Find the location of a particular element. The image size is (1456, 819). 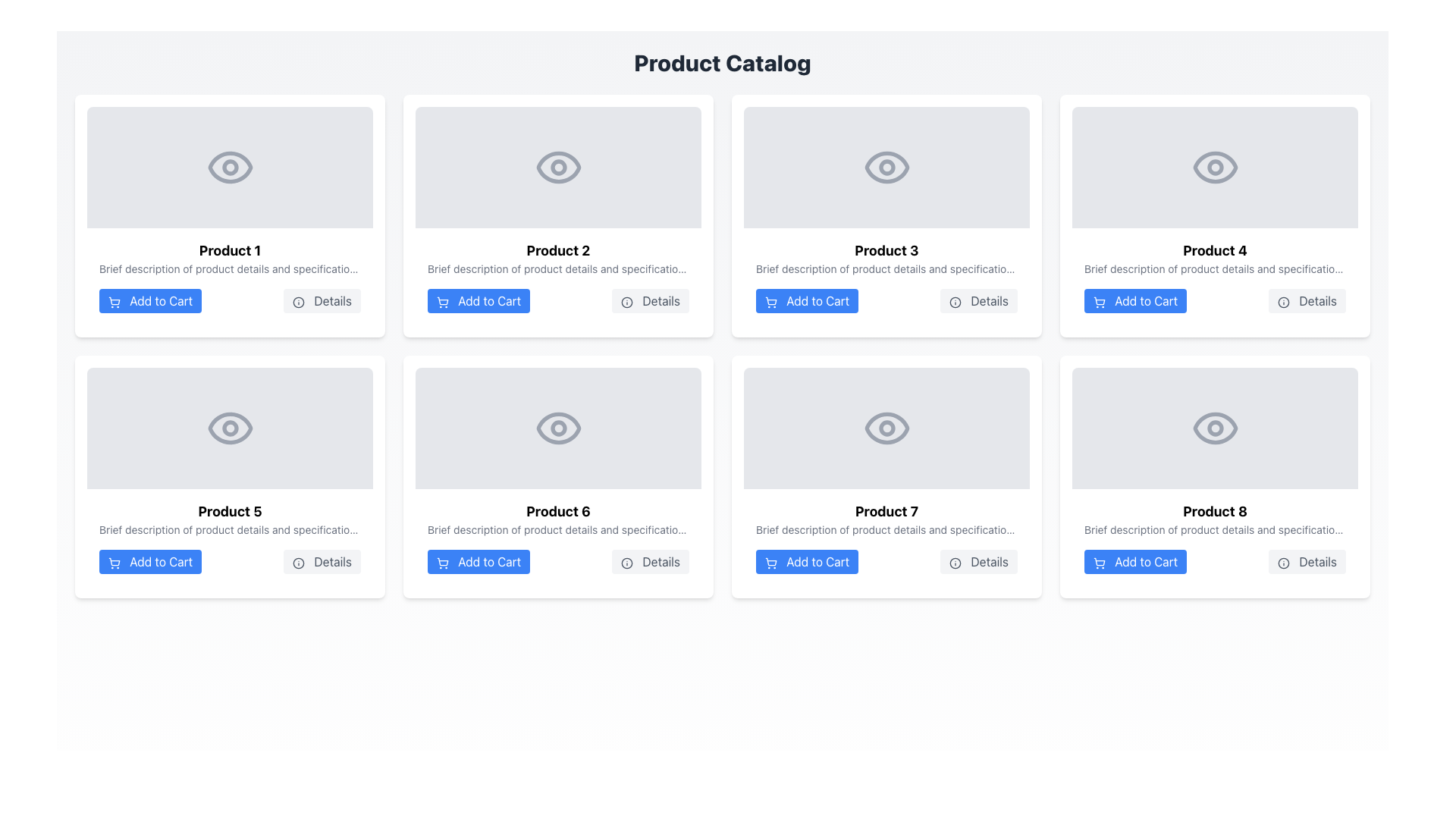

the elliptical outer shape of the eye icon located at the top center of the 'Product 7' card in the third row and second column of the product grid is located at coordinates (886, 428).